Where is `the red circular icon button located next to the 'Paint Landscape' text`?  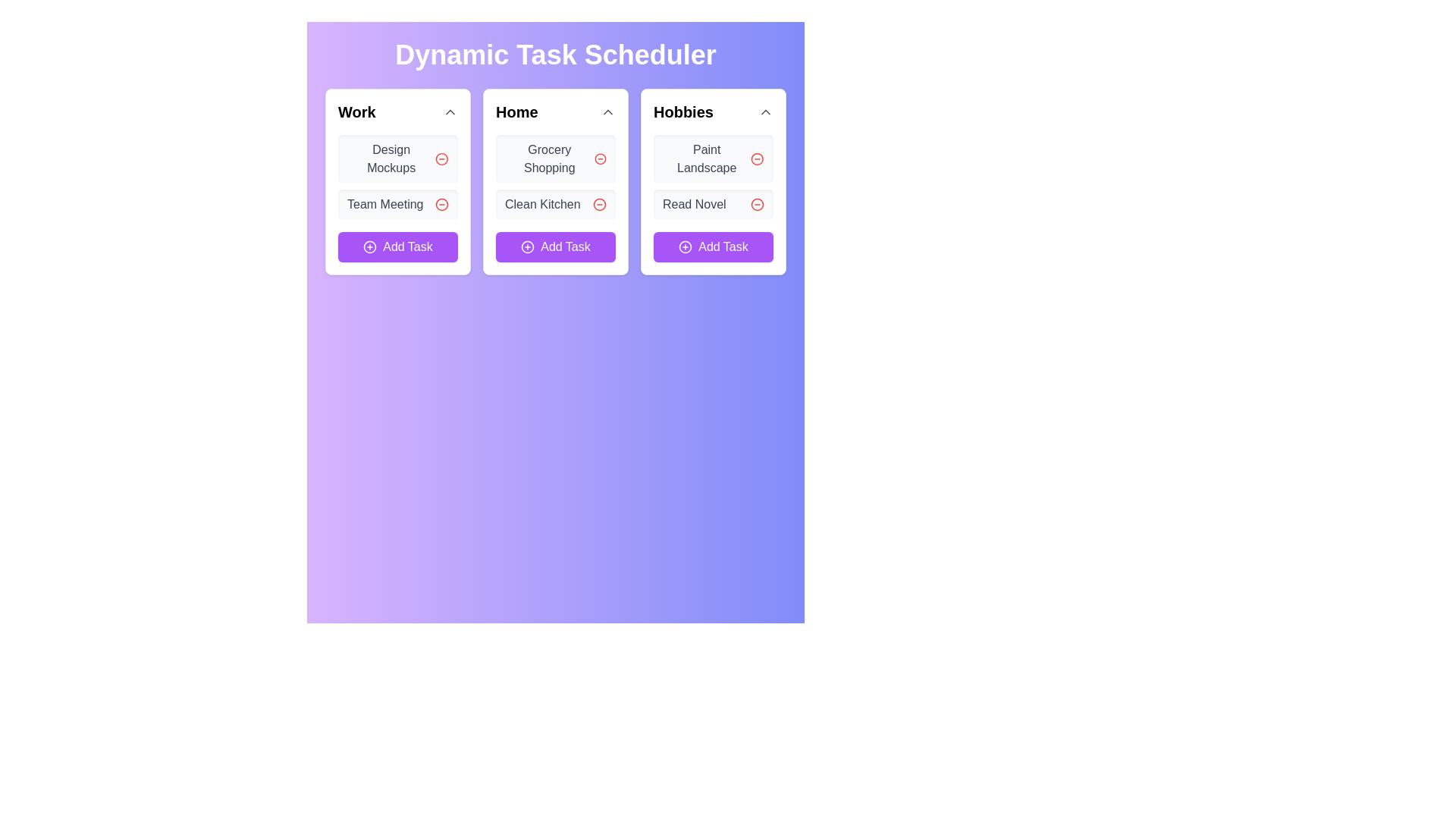 the red circular icon button located next to the 'Paint Landscape' text is located at coordinates (757, 158).